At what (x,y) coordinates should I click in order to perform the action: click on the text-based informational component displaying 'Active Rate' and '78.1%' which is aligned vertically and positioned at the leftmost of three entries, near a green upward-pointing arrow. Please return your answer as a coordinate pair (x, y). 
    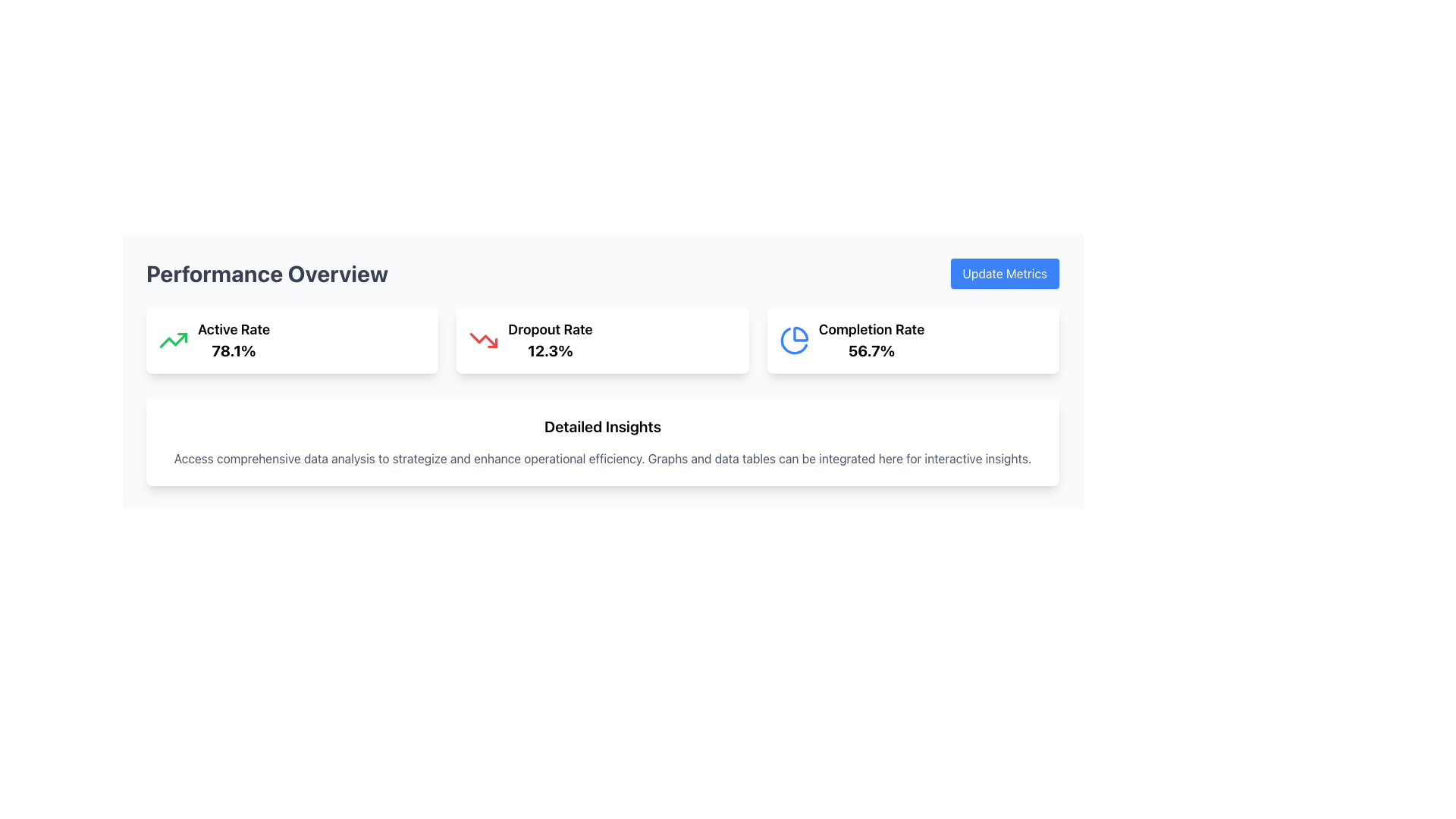
    Looking at the image, I should click on (233, 339).